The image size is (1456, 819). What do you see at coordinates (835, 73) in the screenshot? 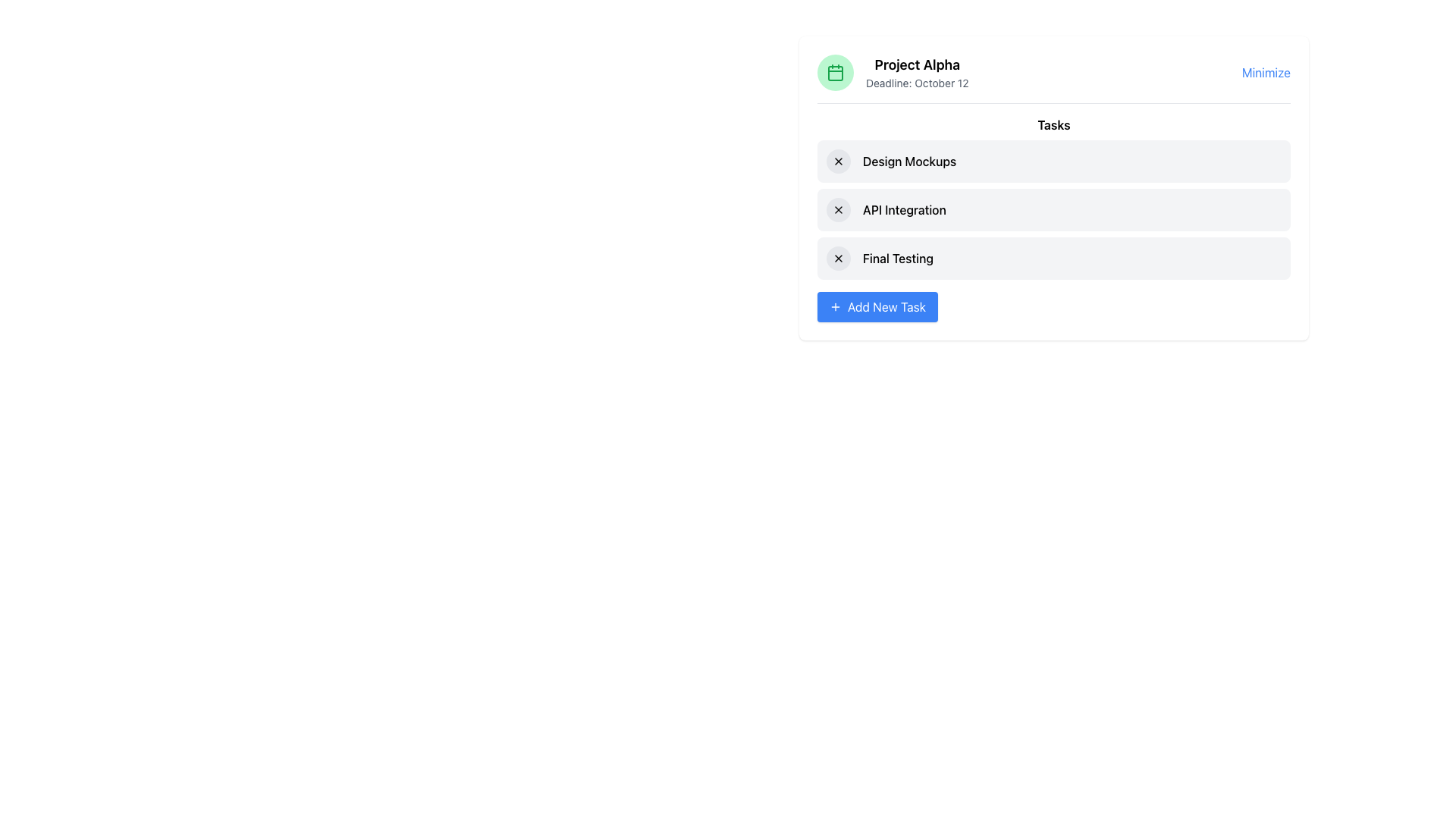
I see `the icon that visually identifies the task labeled 'Project Alpha', located to the left of the text block with 'Project Alpha' and 'Deadline: October 12'` at bounding box center [835, 73].